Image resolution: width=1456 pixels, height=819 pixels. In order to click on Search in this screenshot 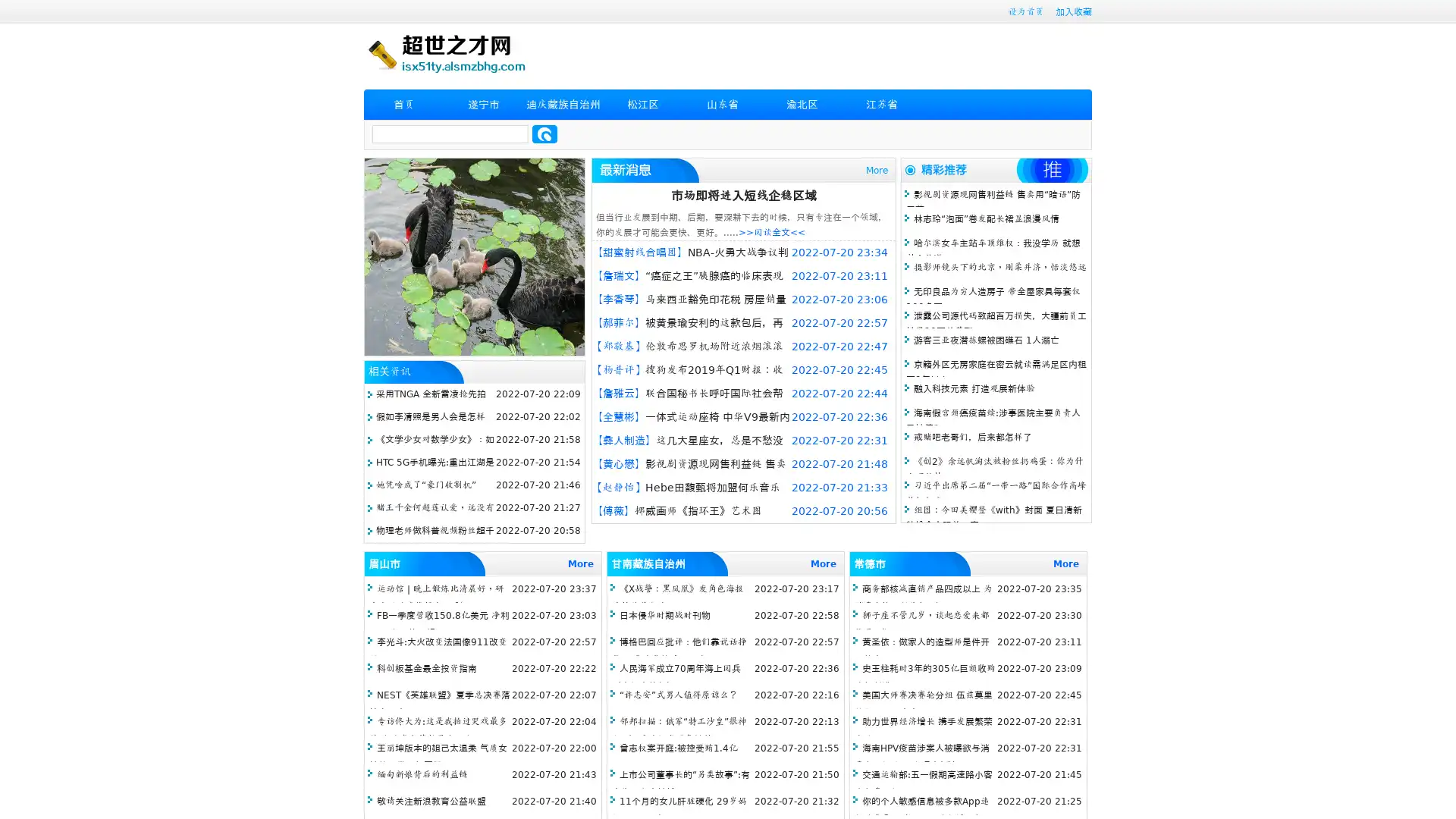, I will do `click(544, 133)`.